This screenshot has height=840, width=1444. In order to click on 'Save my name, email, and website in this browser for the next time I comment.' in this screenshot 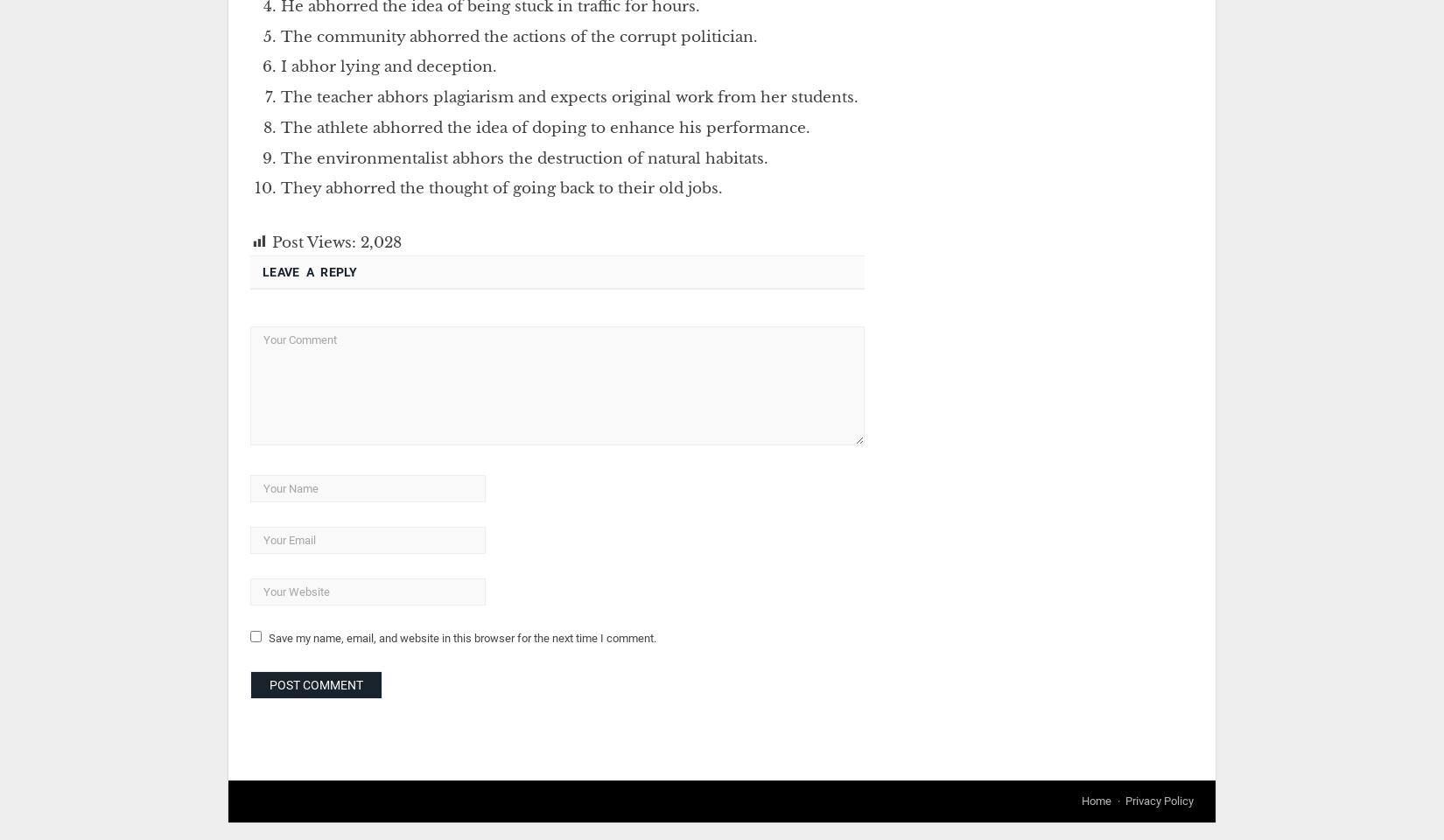, I will do `click(461, 636)`.